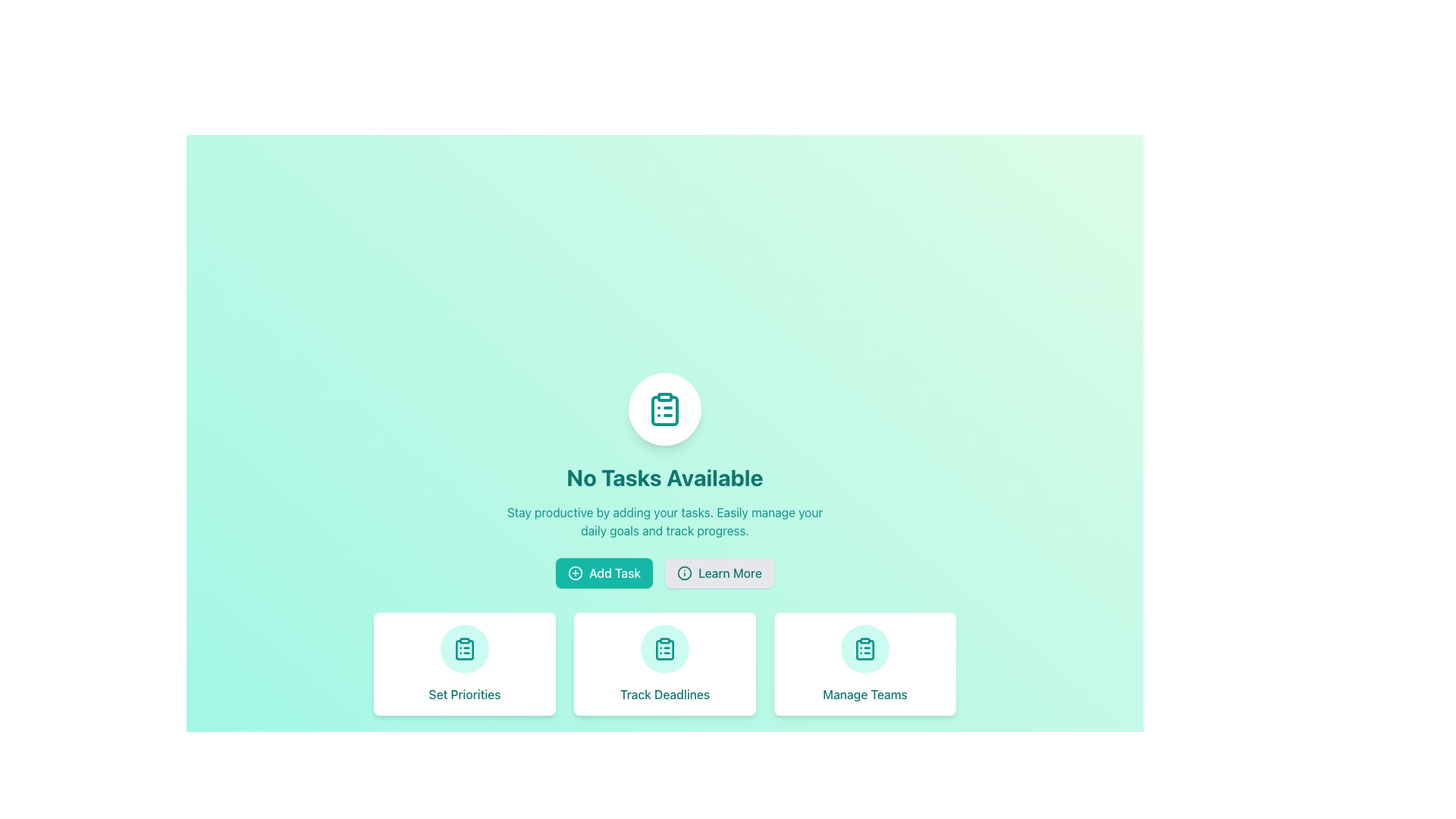 This screenshot has width=1456, height=819. What do you see at coordinates (665, 663) in the screenshot?
I see `the grid of informational cards featuring 'Set Priorities', 'Track Deadlines', and 'Manage Teams'` at bounding box center [665, 663].